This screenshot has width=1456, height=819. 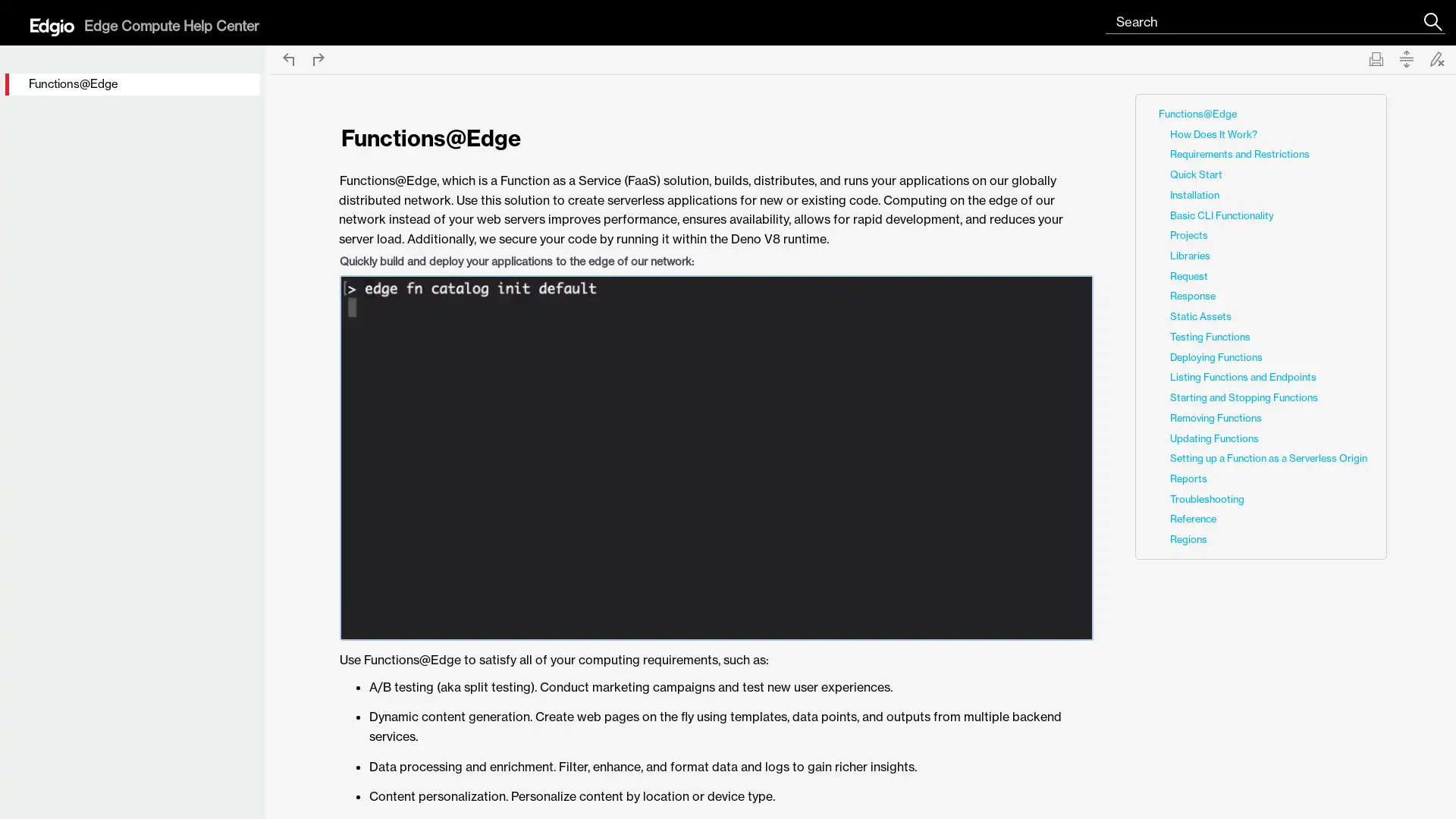 I want to click on previous topic, so click(x=287, y=58).